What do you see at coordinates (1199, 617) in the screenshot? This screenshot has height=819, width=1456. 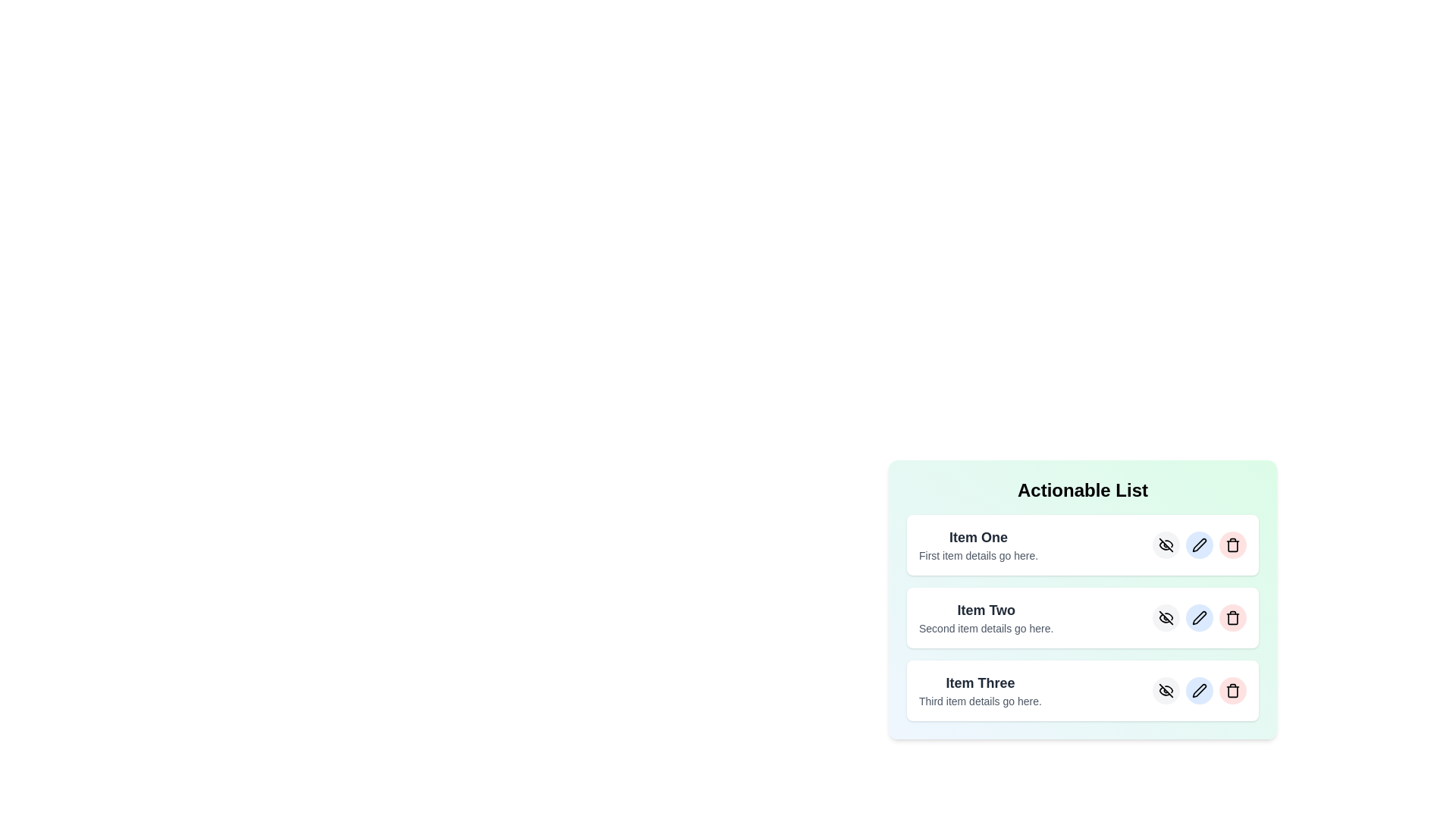 I see `edit button for the item labeled Item Two` at bounding box center [1199, 617].